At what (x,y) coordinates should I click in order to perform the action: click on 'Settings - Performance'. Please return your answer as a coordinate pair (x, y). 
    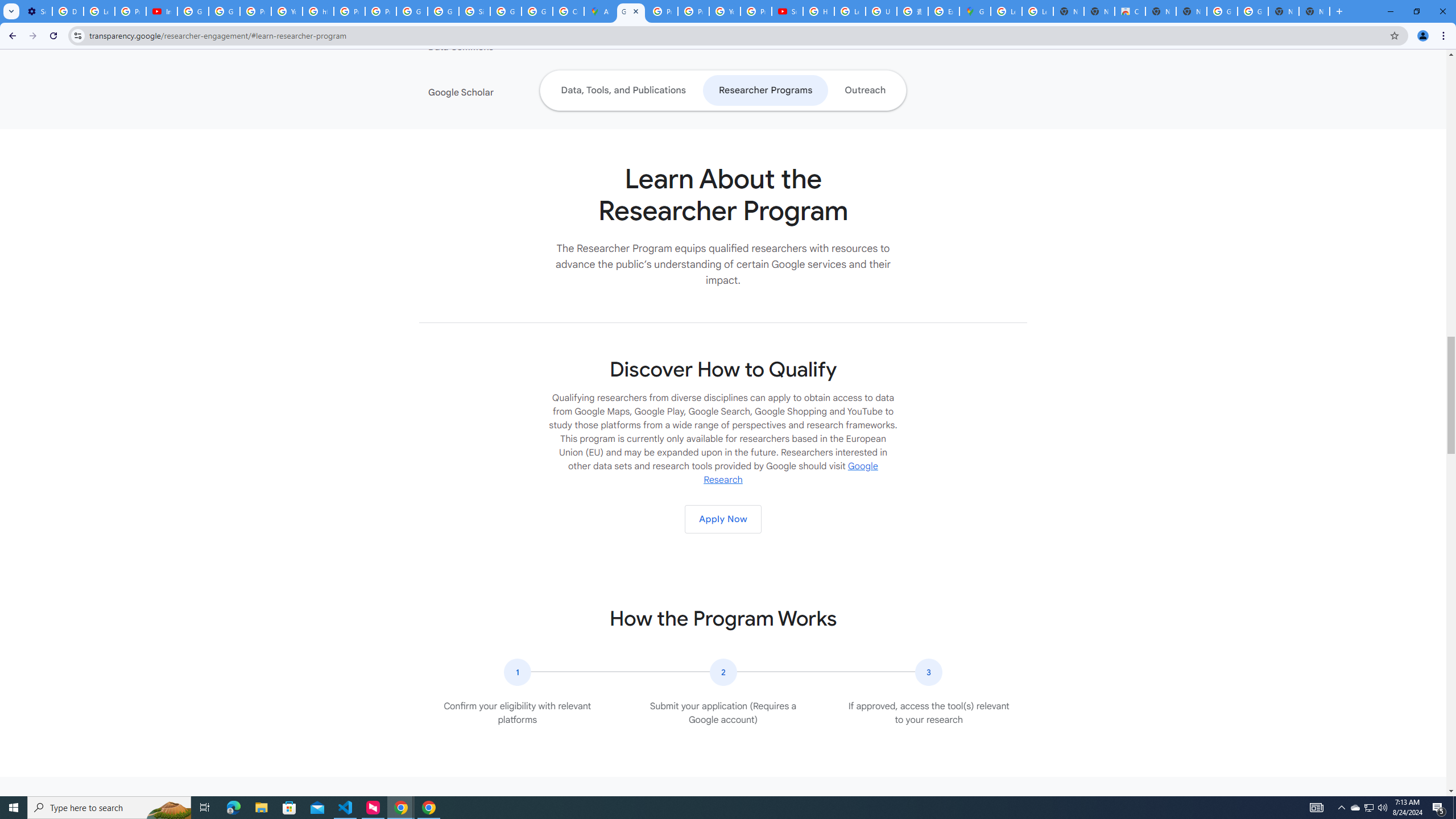
    Looking at the image, I should click on (36, 11).